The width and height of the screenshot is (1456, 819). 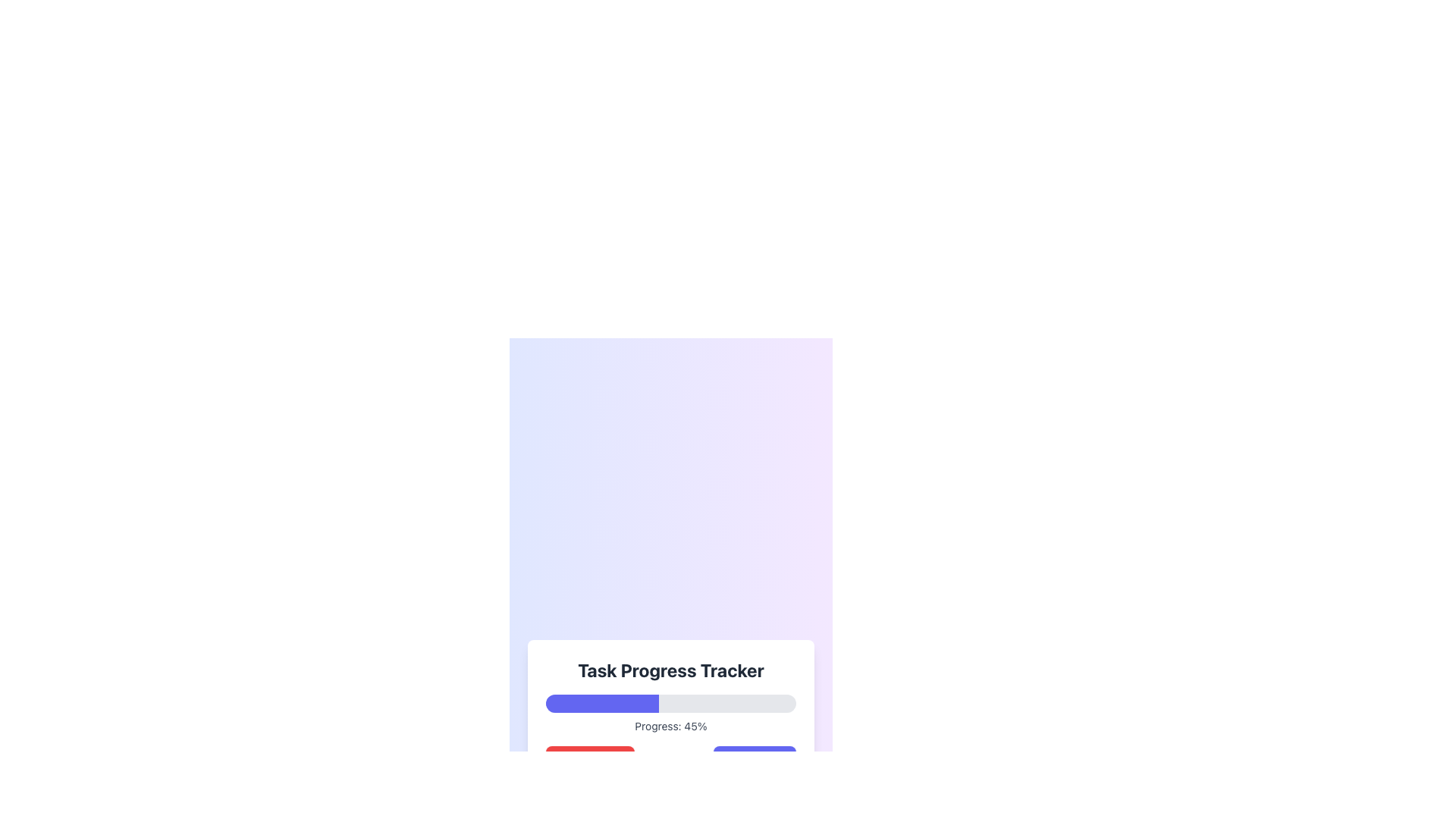 What do you see at coordinates (670, 761) in the screenshot?
I see `the Decrease button in the Horizontal button group below the progress bar labeled 'Progress: 45%' to reduce the value` at bounding box center [670, 761].